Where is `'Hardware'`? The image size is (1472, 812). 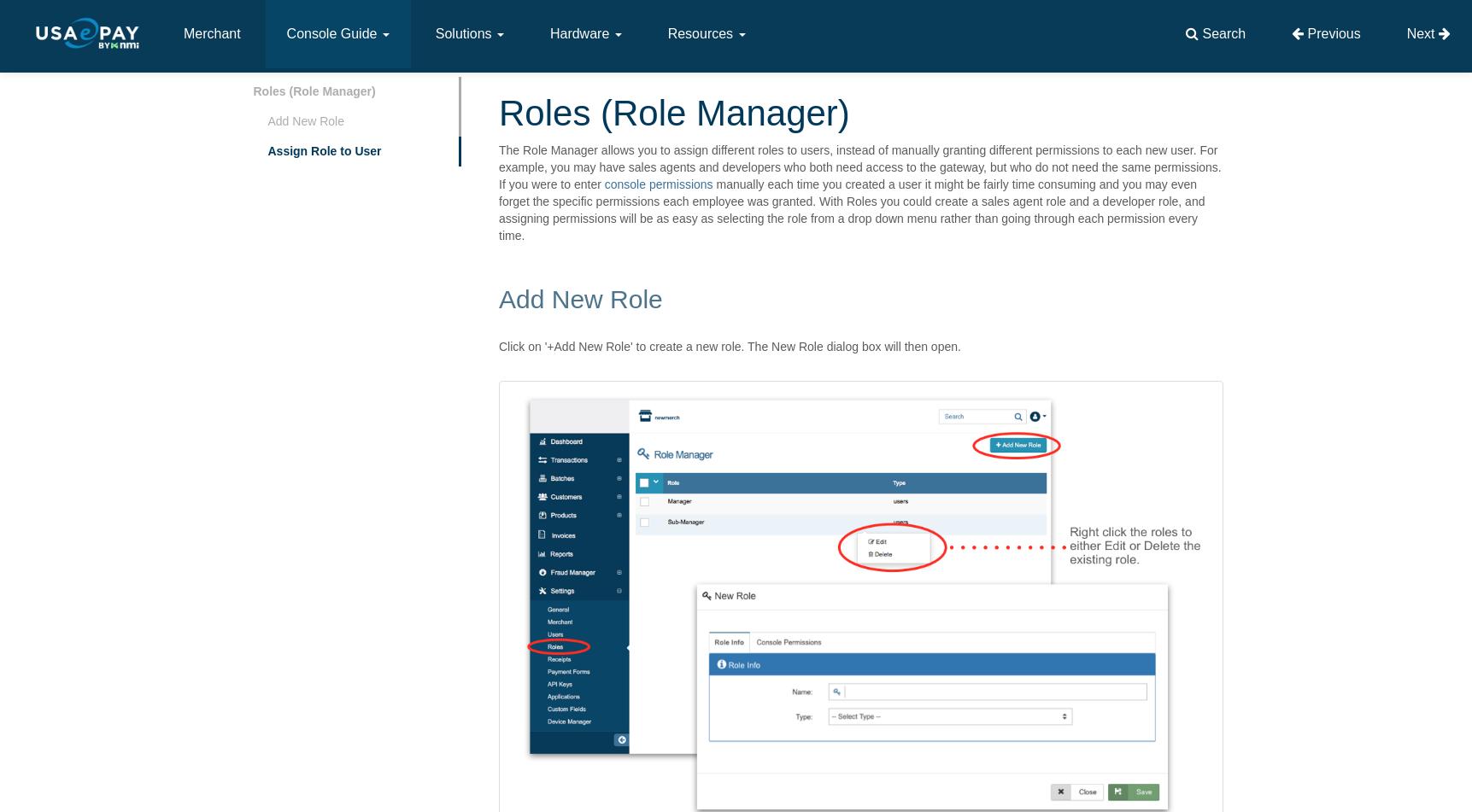 'Hardware' is located at coordinates (581, 33).